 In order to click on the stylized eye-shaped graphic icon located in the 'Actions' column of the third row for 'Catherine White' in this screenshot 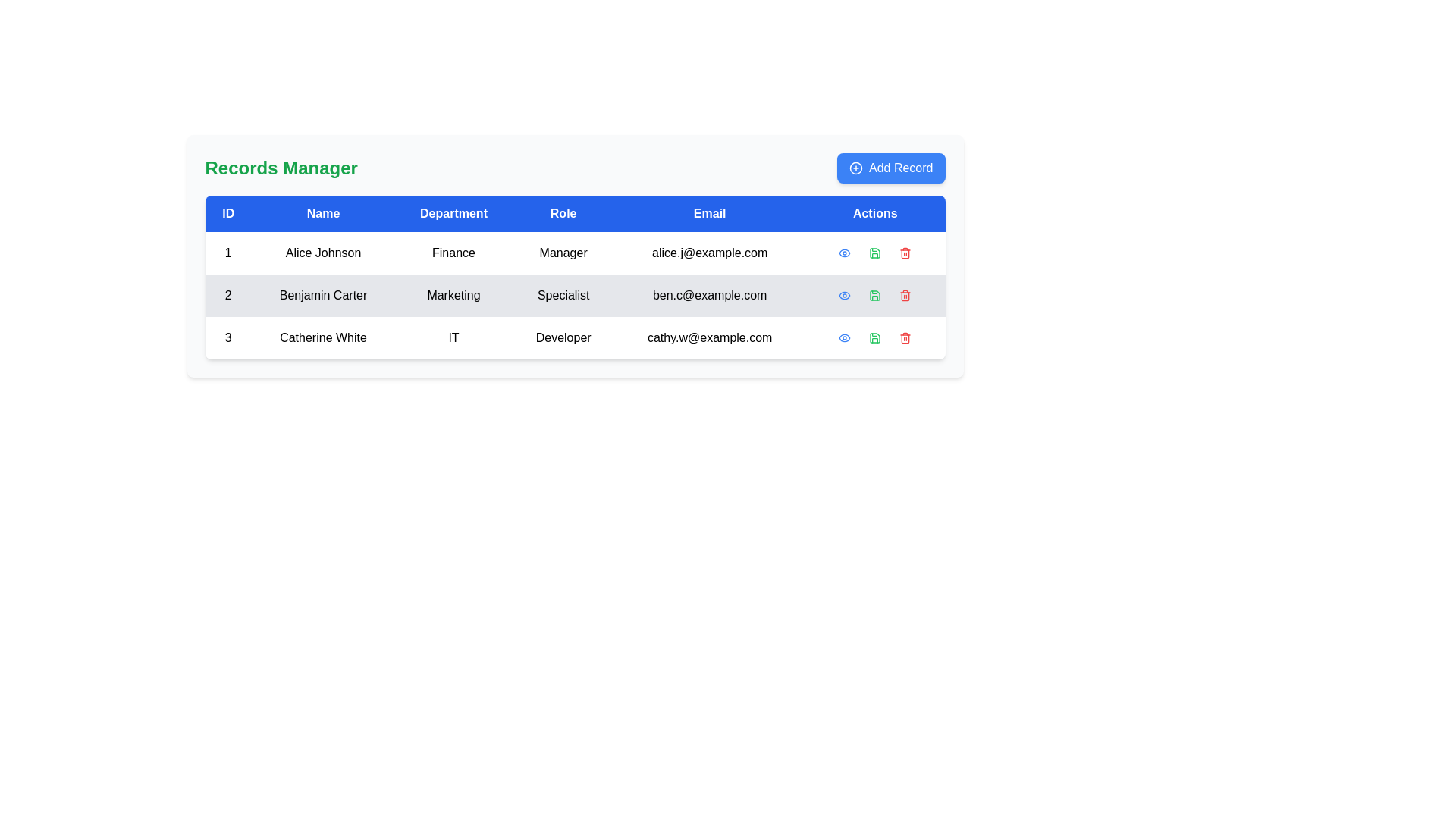, I will do `click(844, 337)`.